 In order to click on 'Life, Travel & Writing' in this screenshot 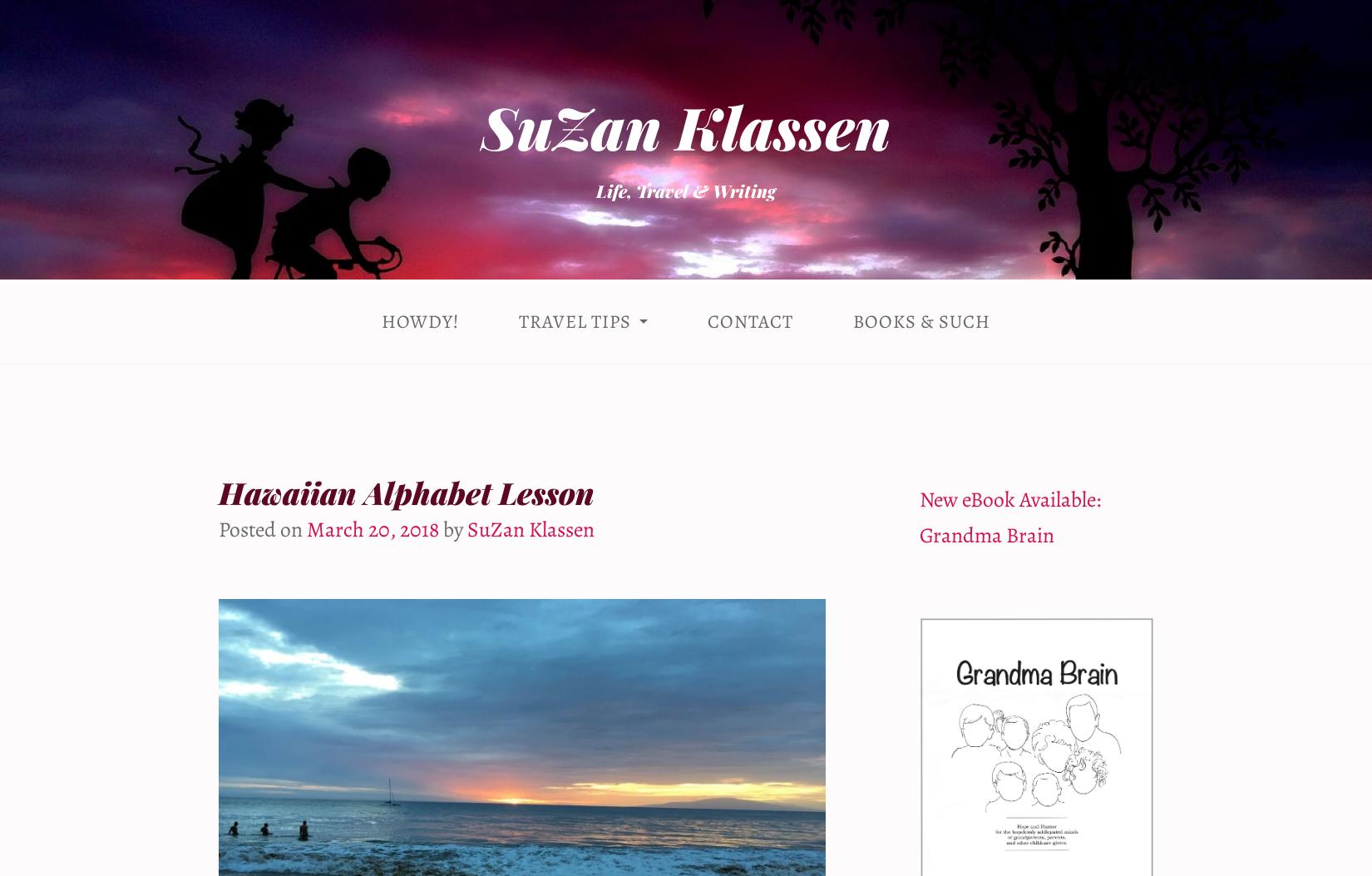, I will do `click(686, 189)`.